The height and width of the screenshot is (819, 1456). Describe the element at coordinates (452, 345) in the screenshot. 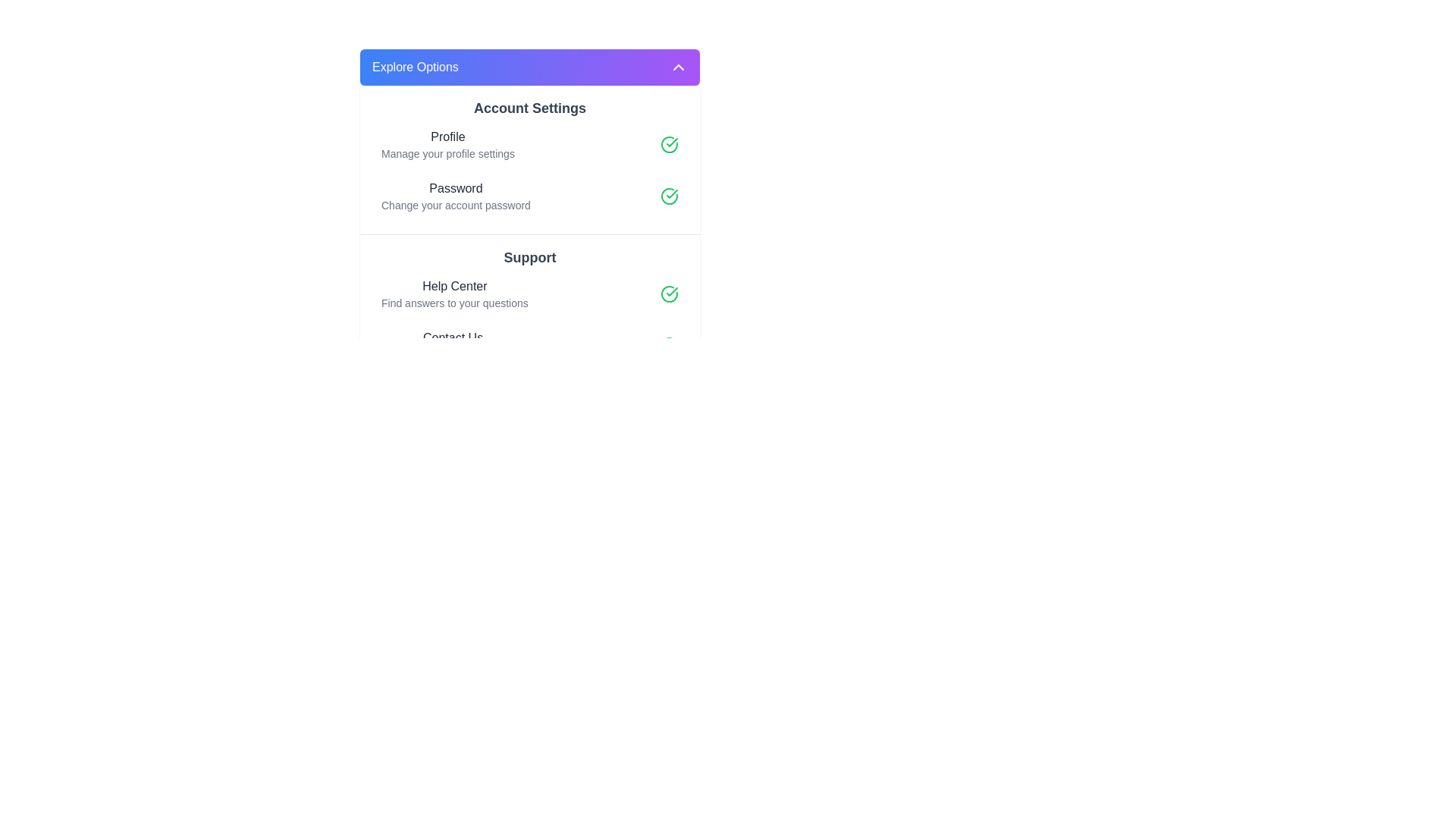

I see `the 'Contact Us' text block located under the 'Support' section` at that location.